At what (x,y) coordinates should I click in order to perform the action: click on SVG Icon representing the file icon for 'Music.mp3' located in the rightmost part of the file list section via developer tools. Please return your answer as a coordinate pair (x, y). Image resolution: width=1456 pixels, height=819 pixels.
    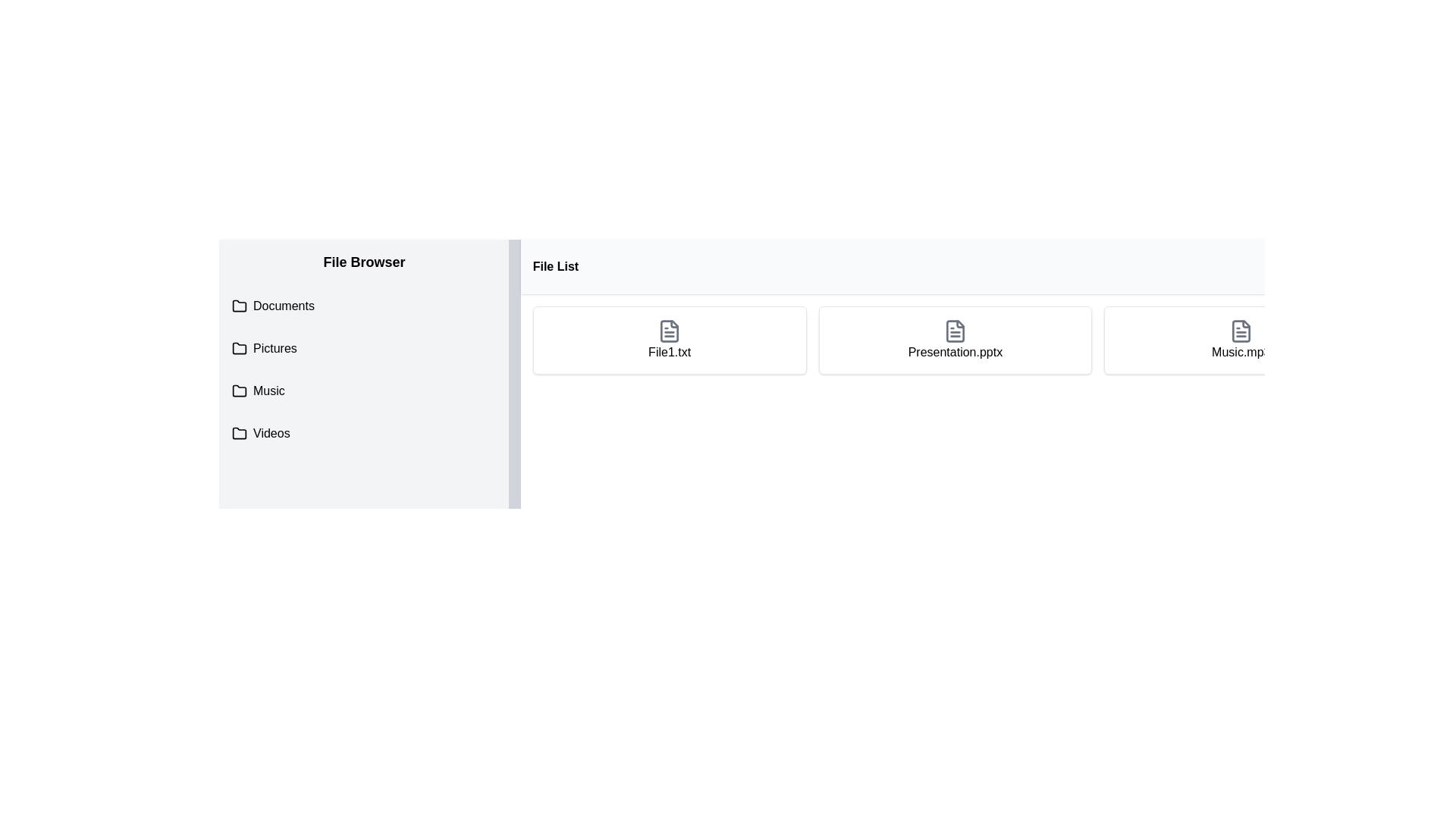
    Looking at the image, I should click on (1241, 330).